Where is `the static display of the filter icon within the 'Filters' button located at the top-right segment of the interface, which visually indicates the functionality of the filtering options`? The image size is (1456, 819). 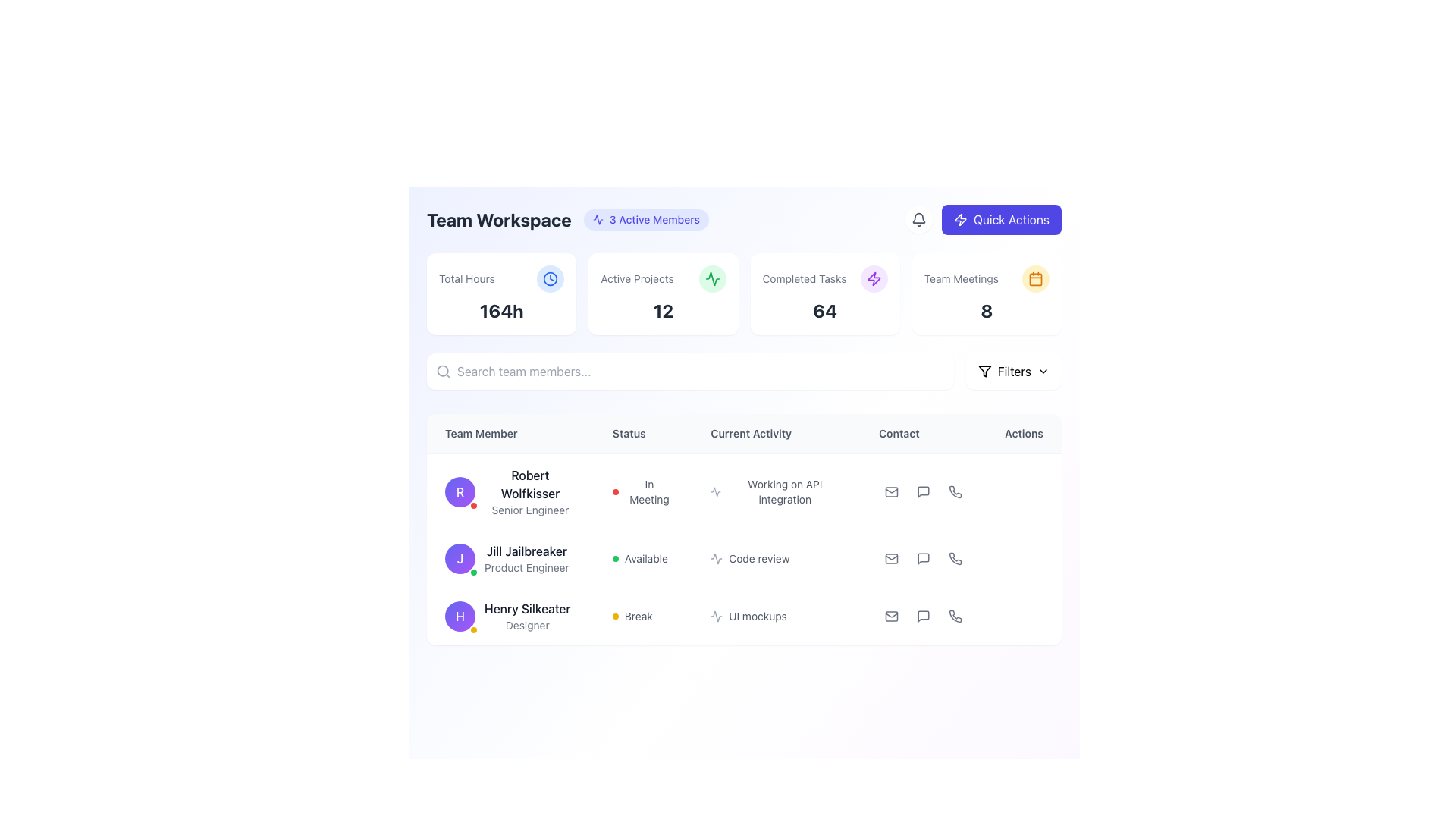 the static display of the filter icon within the 'Filters' button located at the top-right segment of the interface, which visually indicates the functionality of the filtering options is located at coordinates (984, 371).